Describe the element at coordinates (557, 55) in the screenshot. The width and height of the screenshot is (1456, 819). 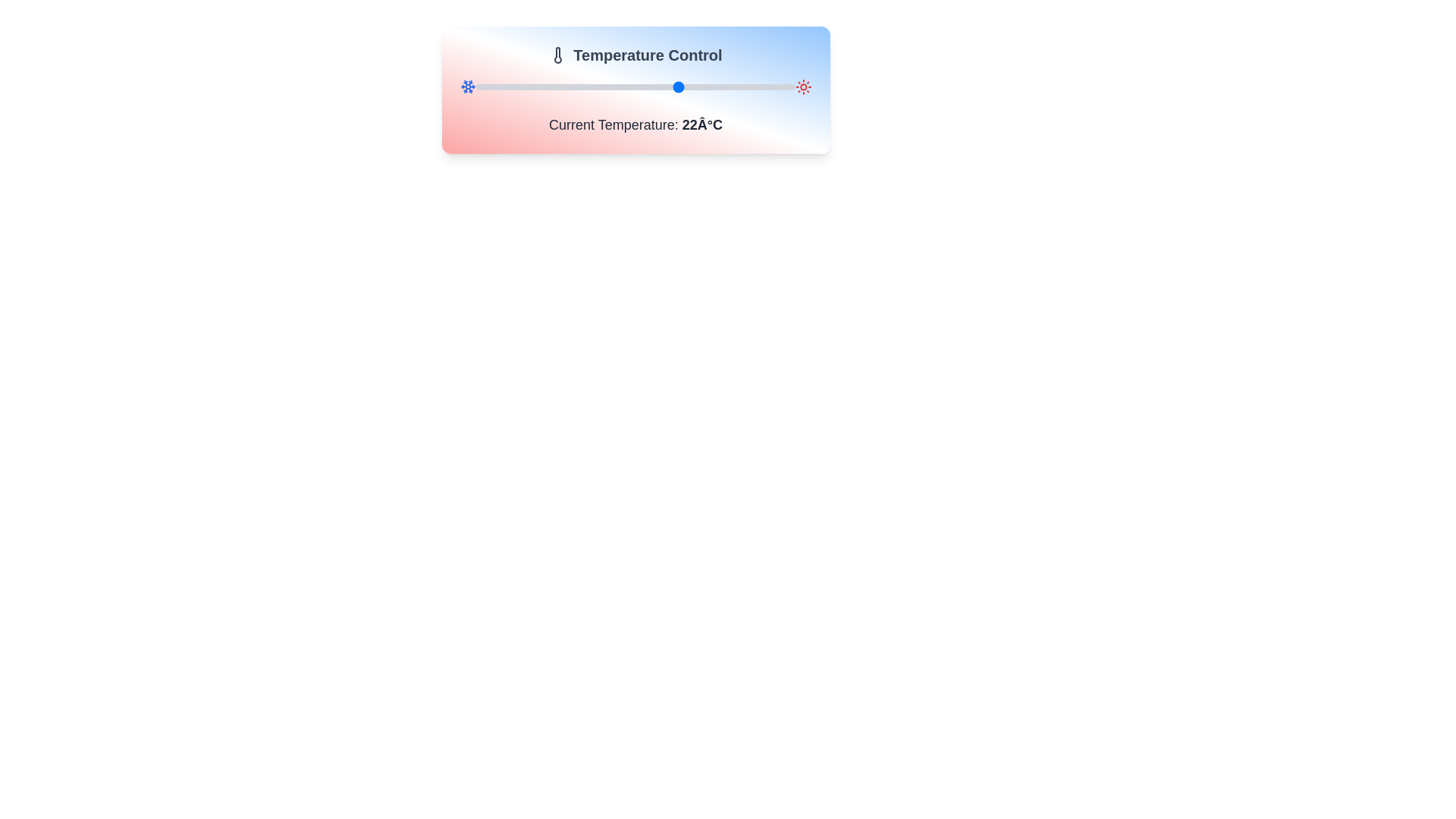
I see `the thermometer icon located near the top center of the interface, preceding the label 'Temperature Control'` at that location.